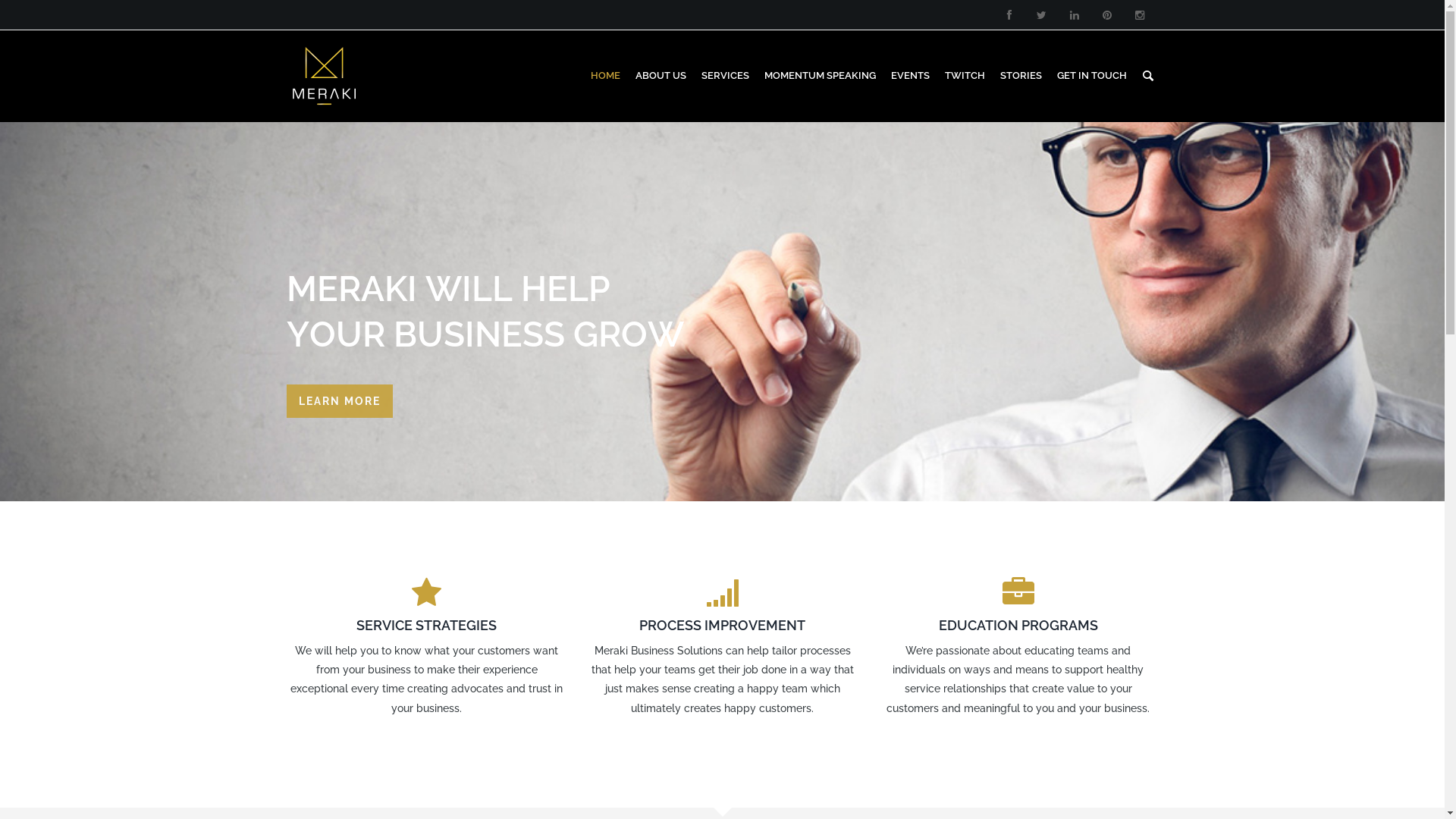 This screenshot has height=819, width=1456. What do you see at coordinates (1139, 14) in the screenshot?
I see `'instagram'` at bounding box center [1139, 14].